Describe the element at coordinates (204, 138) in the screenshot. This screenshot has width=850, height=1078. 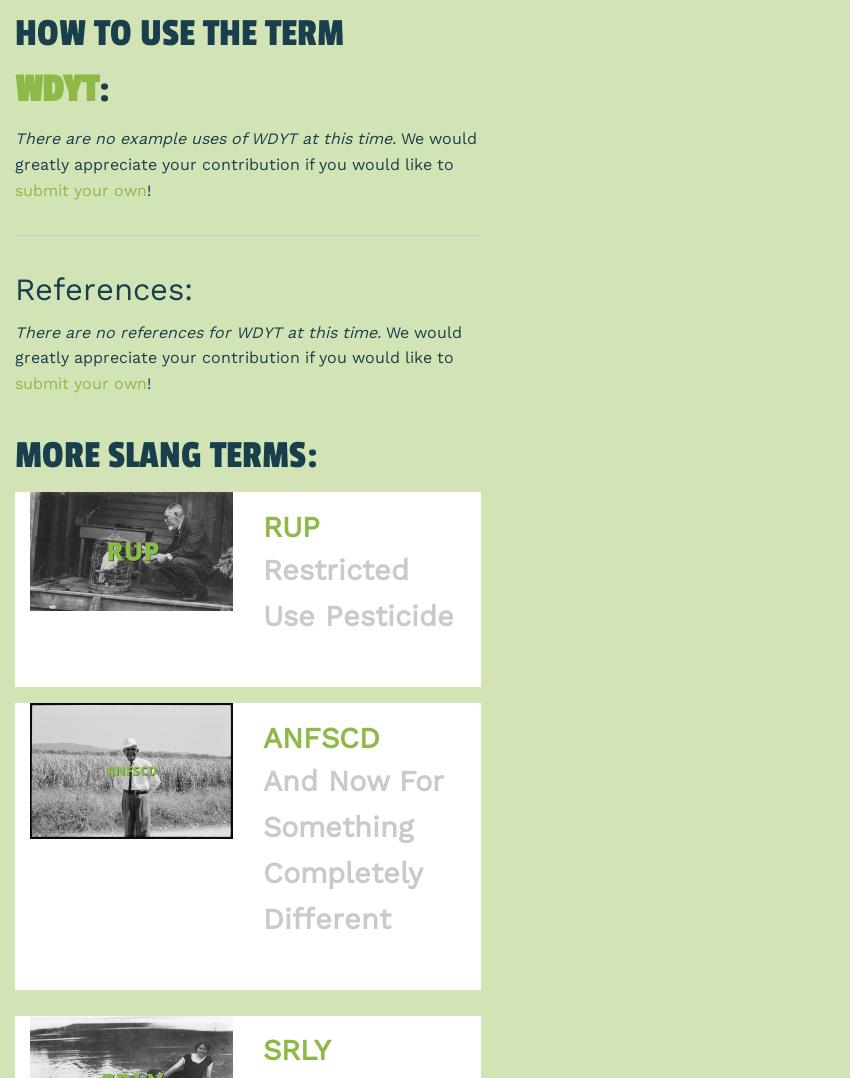
I see `'There are no example uses of WDYT at this time.'` at that location.